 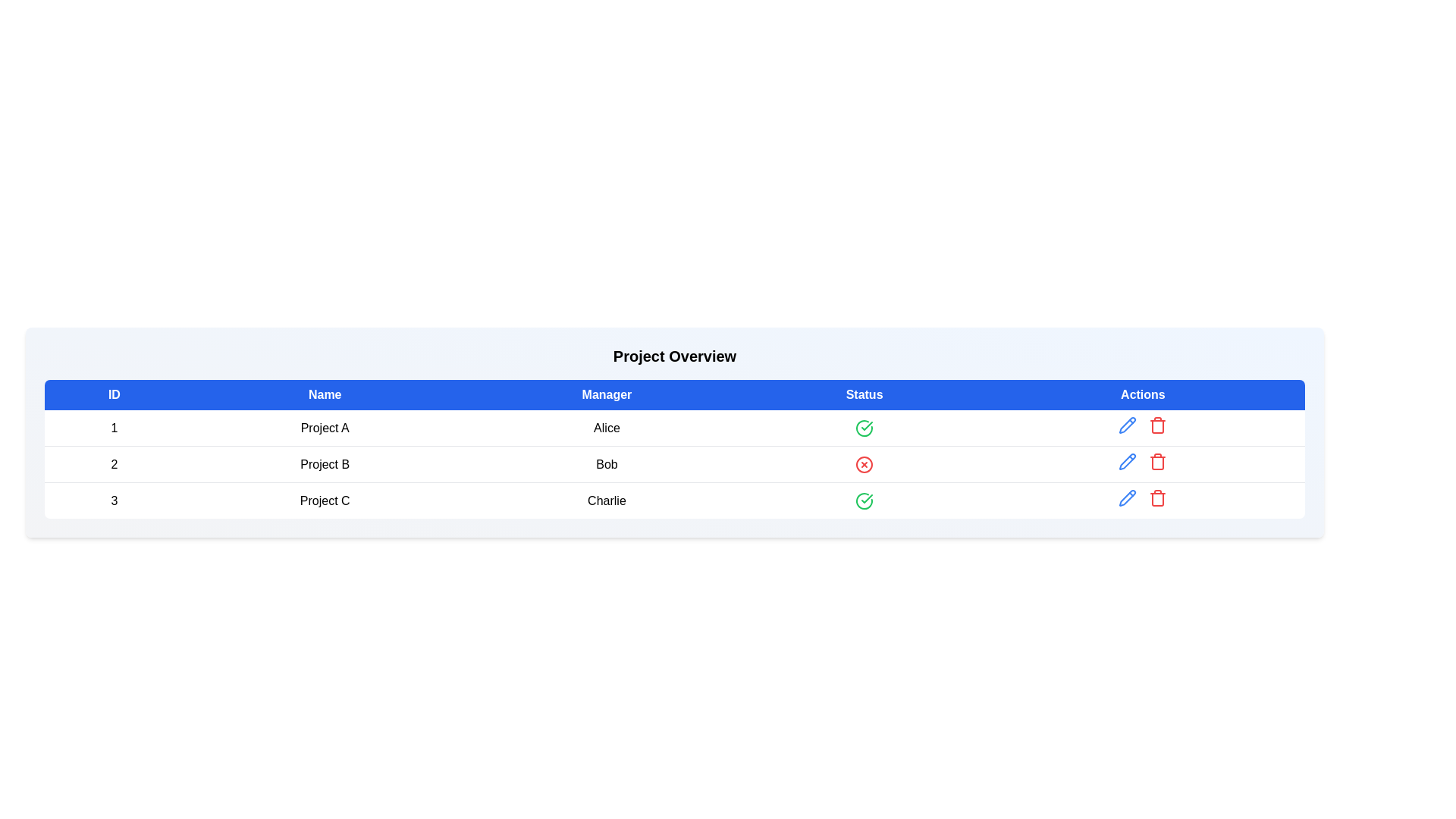 I want to click on the header cell indicating 'Manager' in the third column of the table, so click(x=607, y=394).